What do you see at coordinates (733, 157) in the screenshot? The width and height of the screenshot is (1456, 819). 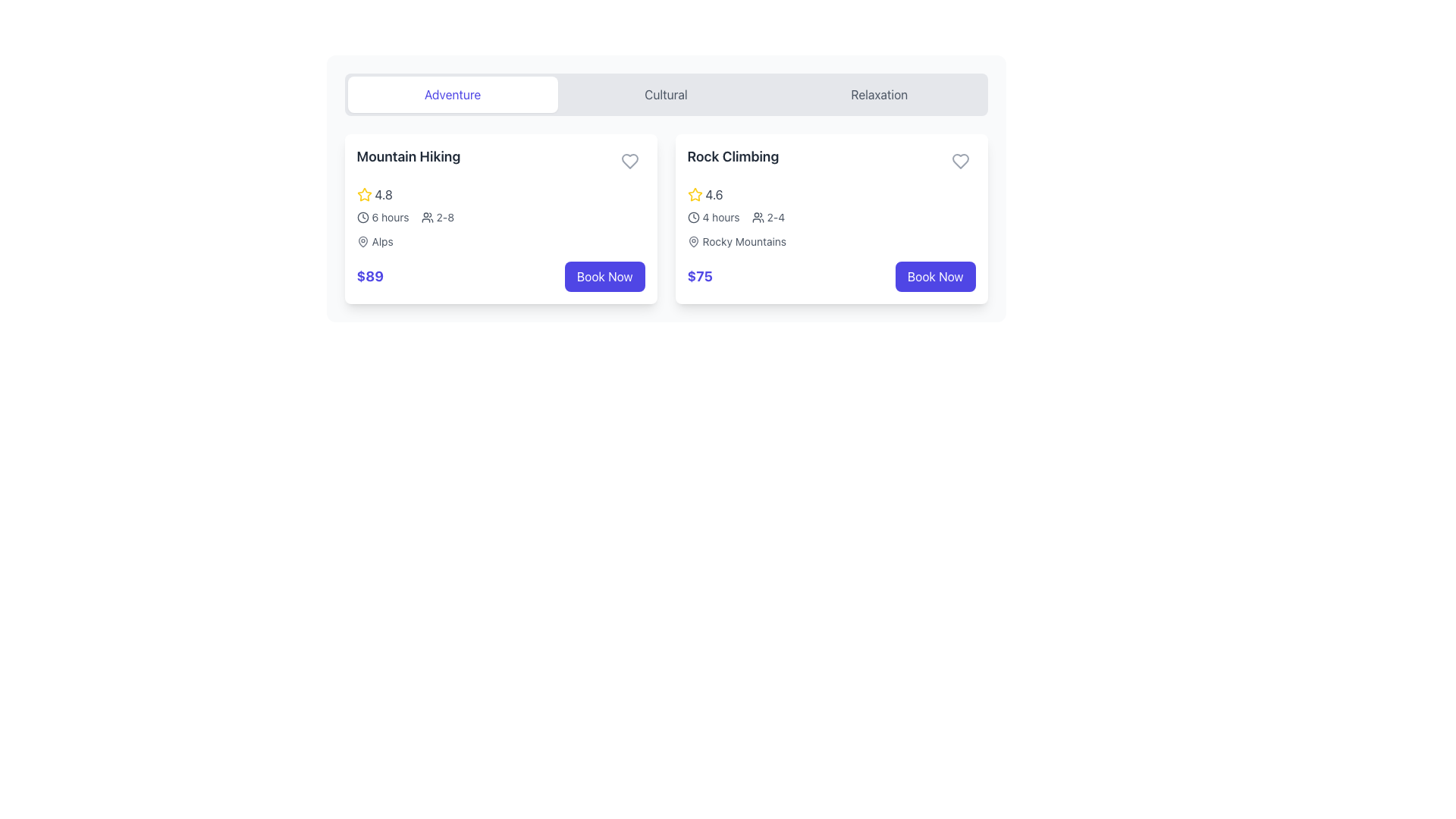 I see `the 'Rock Climbing' text label located in the upper section of the second card in a horizontally aligned list of cards` at bounding box center [733, 157].